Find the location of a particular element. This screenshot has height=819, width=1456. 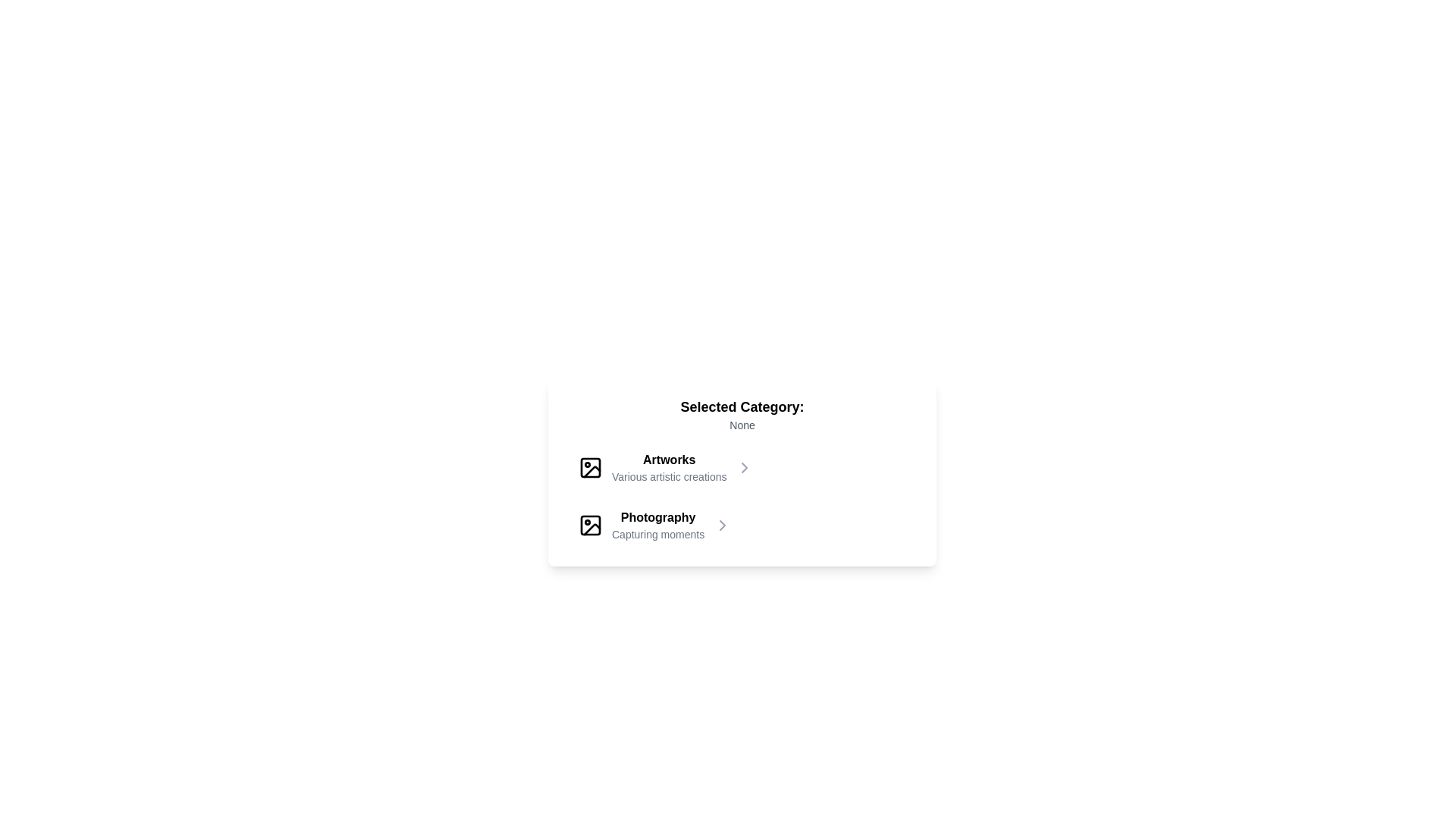

the right-pointing chevron icon located to the right of the 'Photography' label is located at coordinates (722, 525).